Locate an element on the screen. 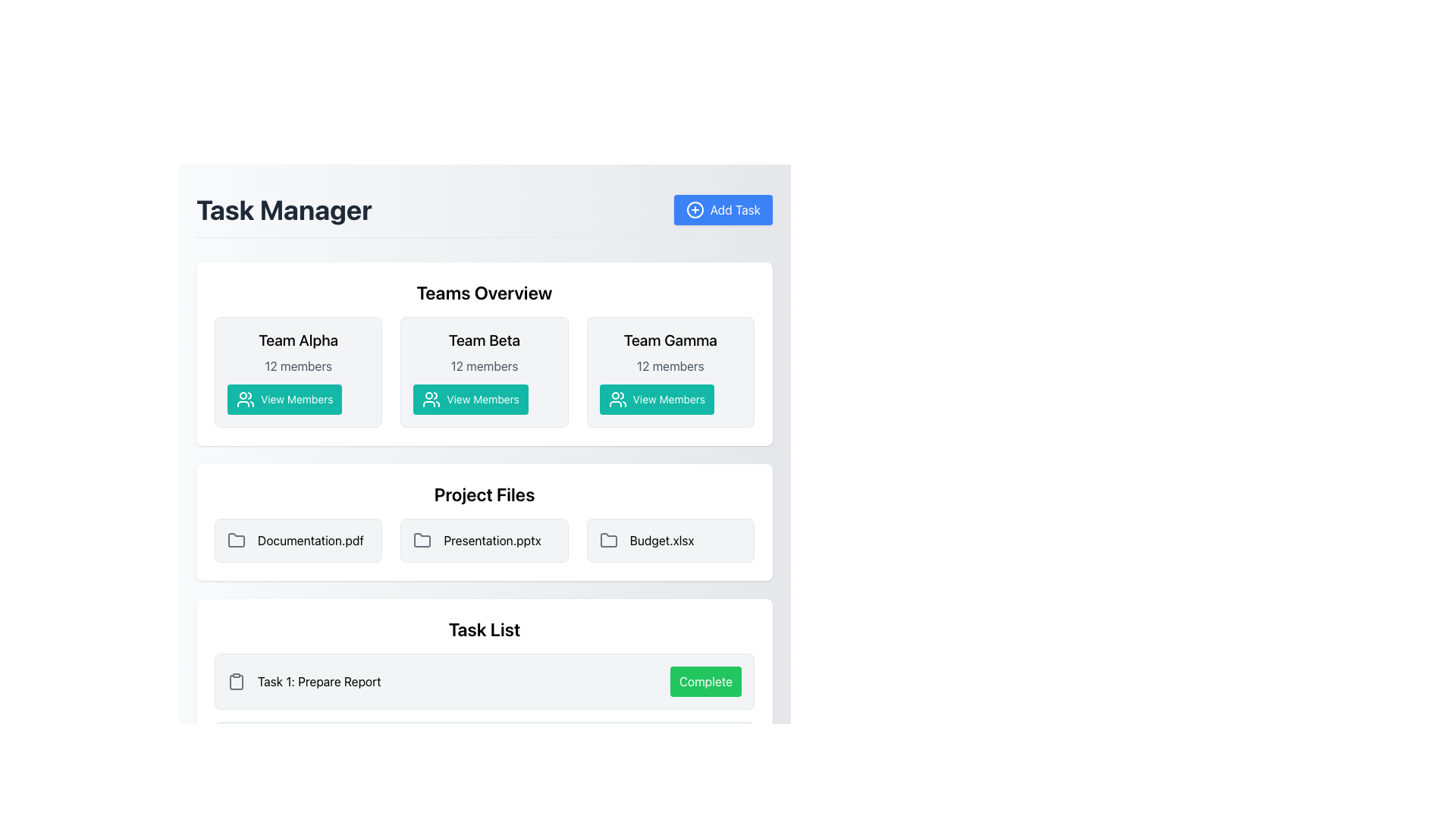  the 'View Members' button with teal color and white text located in the 'Teams Overview' section under the 'Team Alpha' card is located at coordinates (284, 399).